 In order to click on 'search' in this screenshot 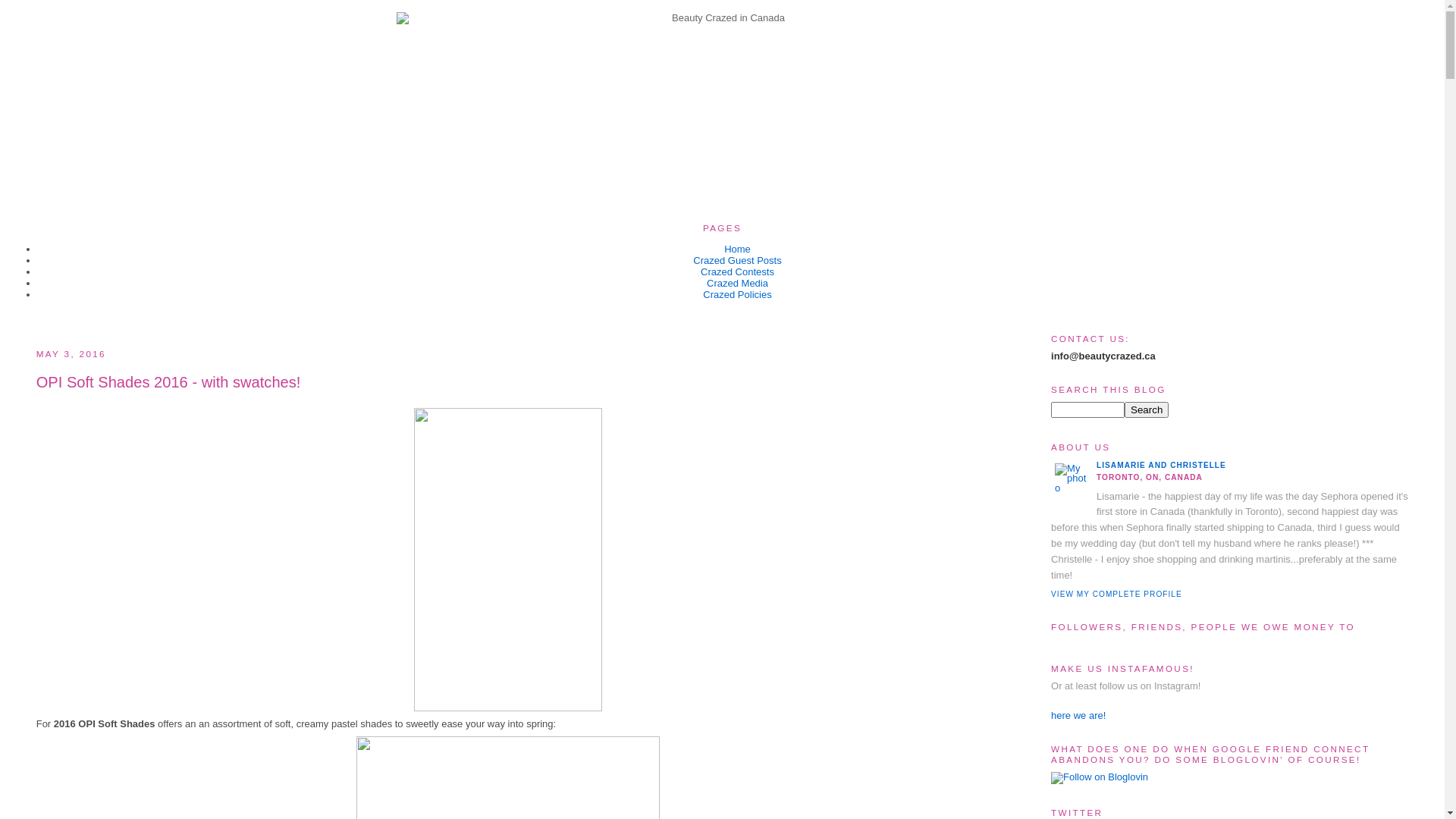, I will do `click(1050, 409)`.